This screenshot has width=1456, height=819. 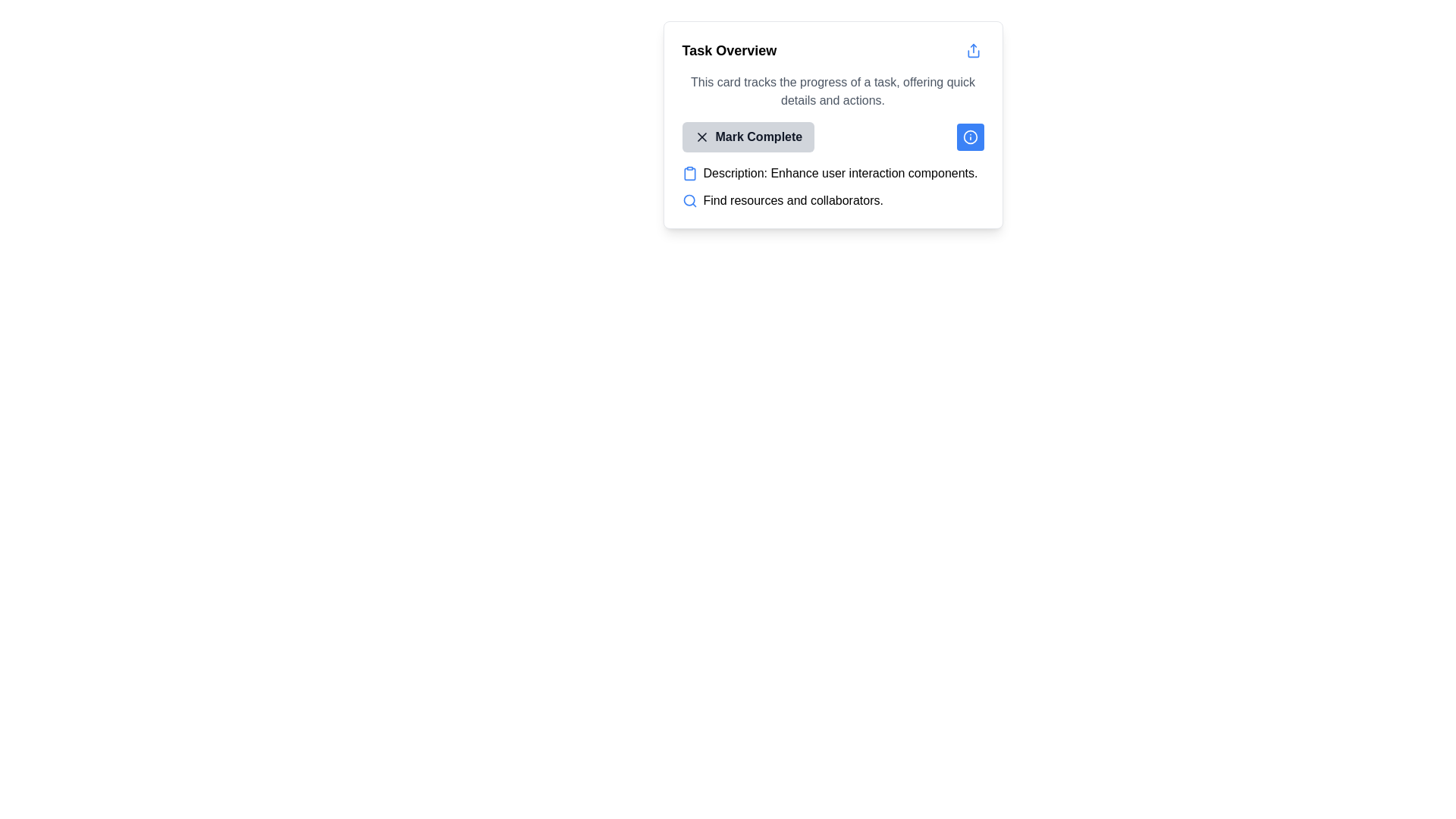 I want to click on the information indicator icon located within the blue button in the top-right section of the 'Task Overview' card, so click(x=969, y=137).